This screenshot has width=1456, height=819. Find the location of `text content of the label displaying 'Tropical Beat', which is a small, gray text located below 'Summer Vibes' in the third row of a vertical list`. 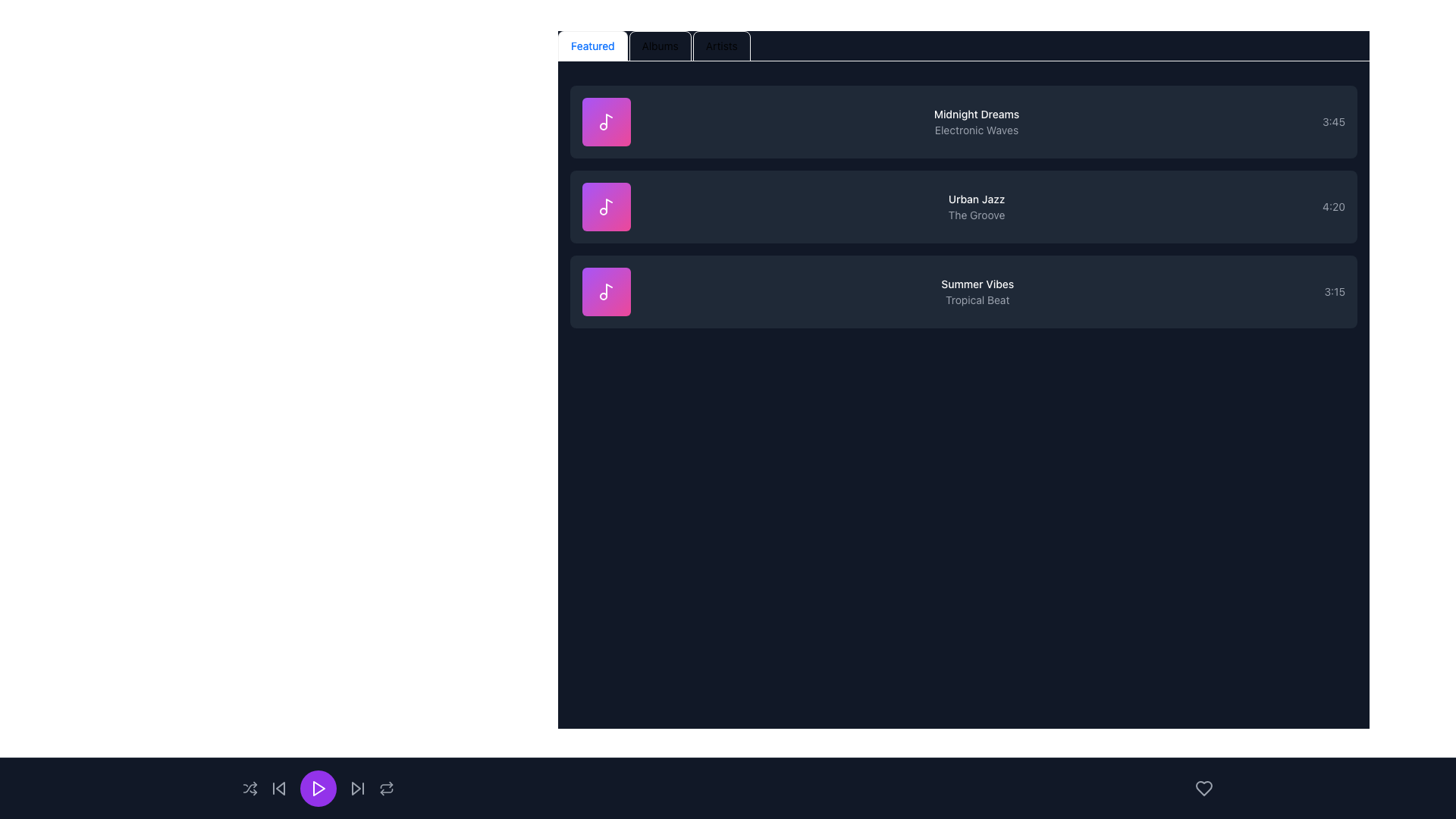

text content of the label displaying 'Tropical Beat', which is a small, gray text located below 'Summer Vibes' in the third row of a vertical list is located at coordinates (977, 300).